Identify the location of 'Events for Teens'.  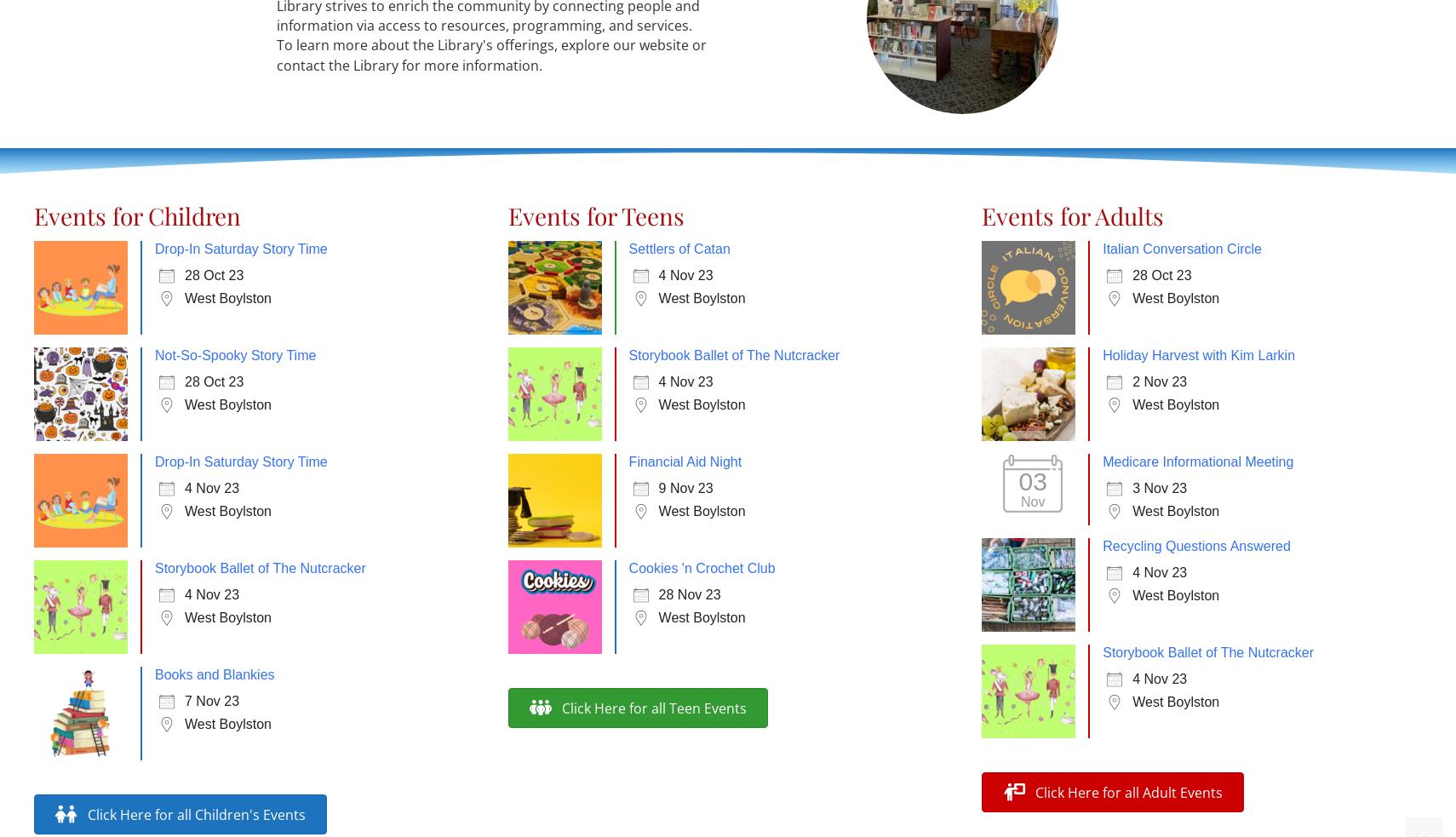
(595, 215).